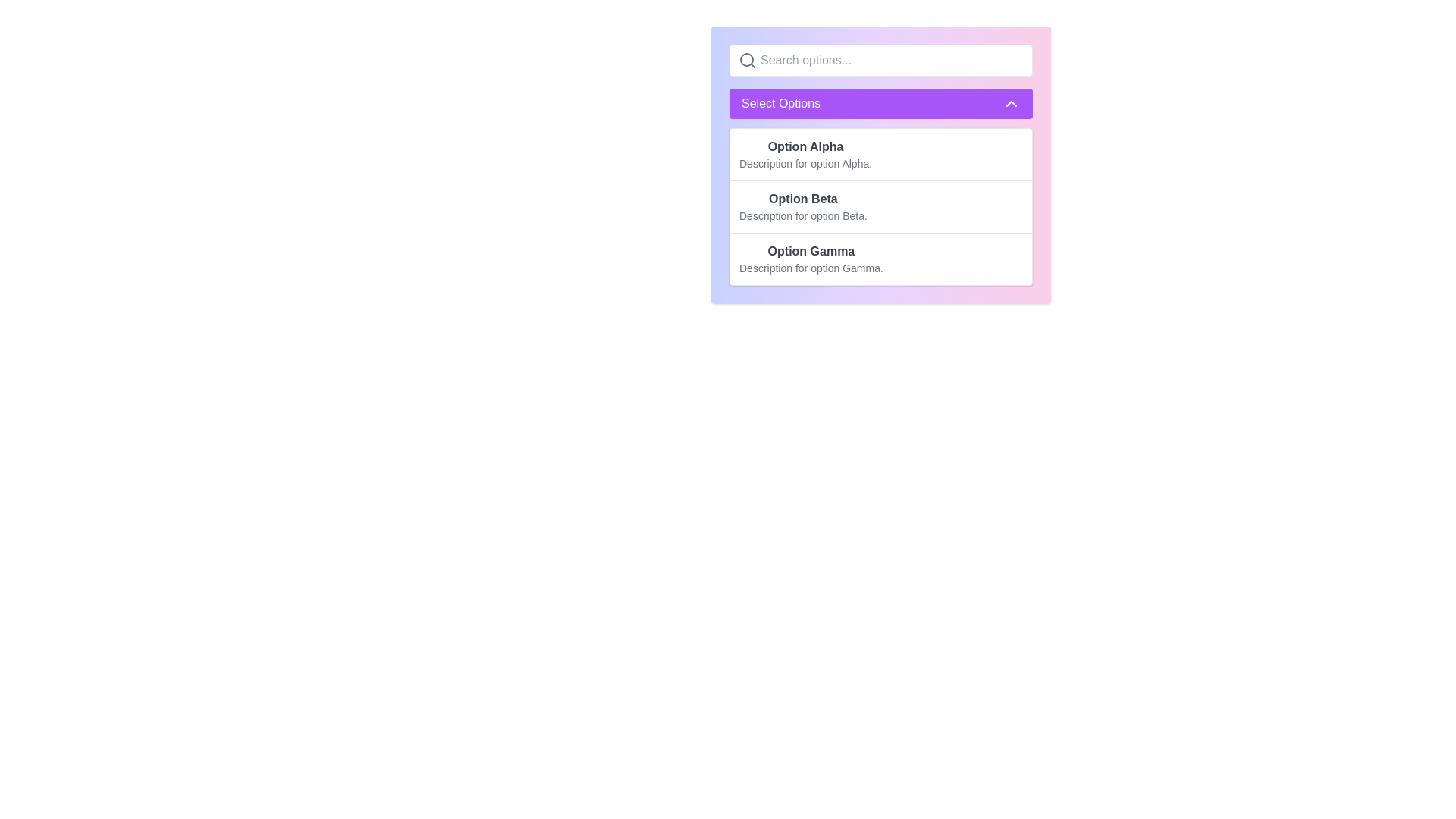 This screenshot has height=819, width=1456. Describe the element at coordinates (880, 206) in the screenshot. I see `the 'Option Beta' list item in the dropdown menu` at that location.